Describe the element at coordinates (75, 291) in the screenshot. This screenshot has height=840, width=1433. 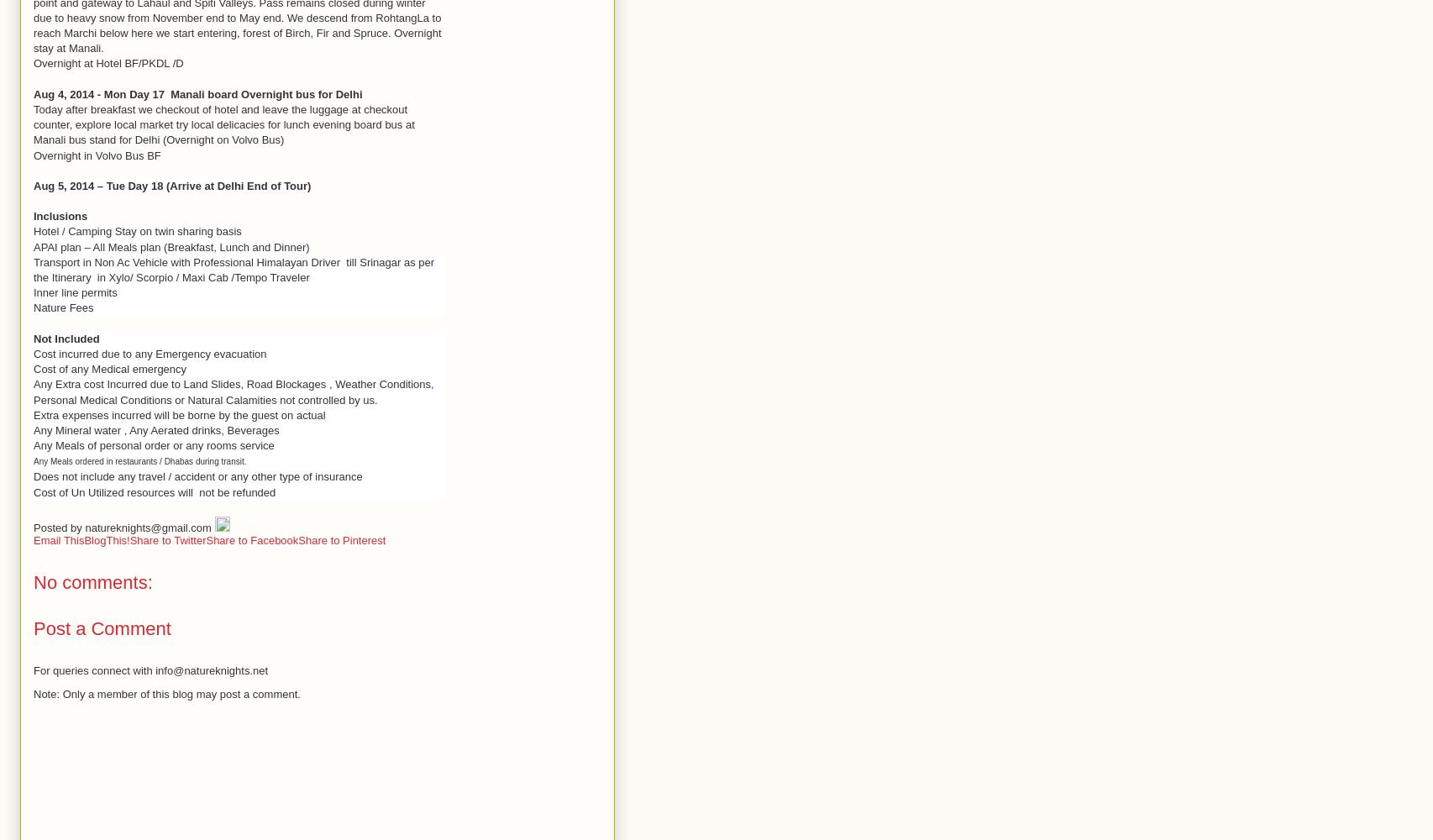
I see `'Inner line permits'` at that location.